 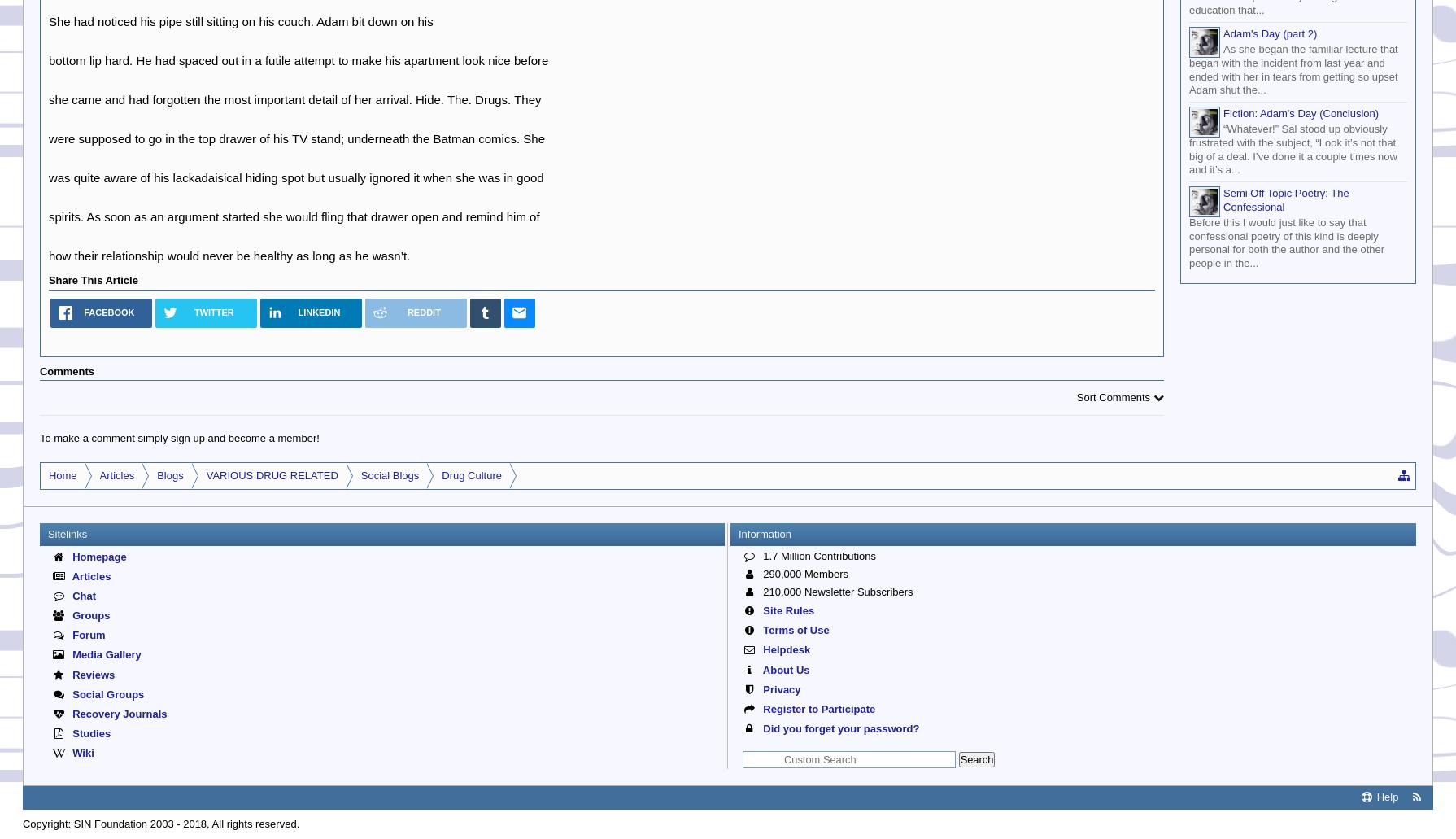 I want to click on 'Reddit', so click(x=422, y=311).